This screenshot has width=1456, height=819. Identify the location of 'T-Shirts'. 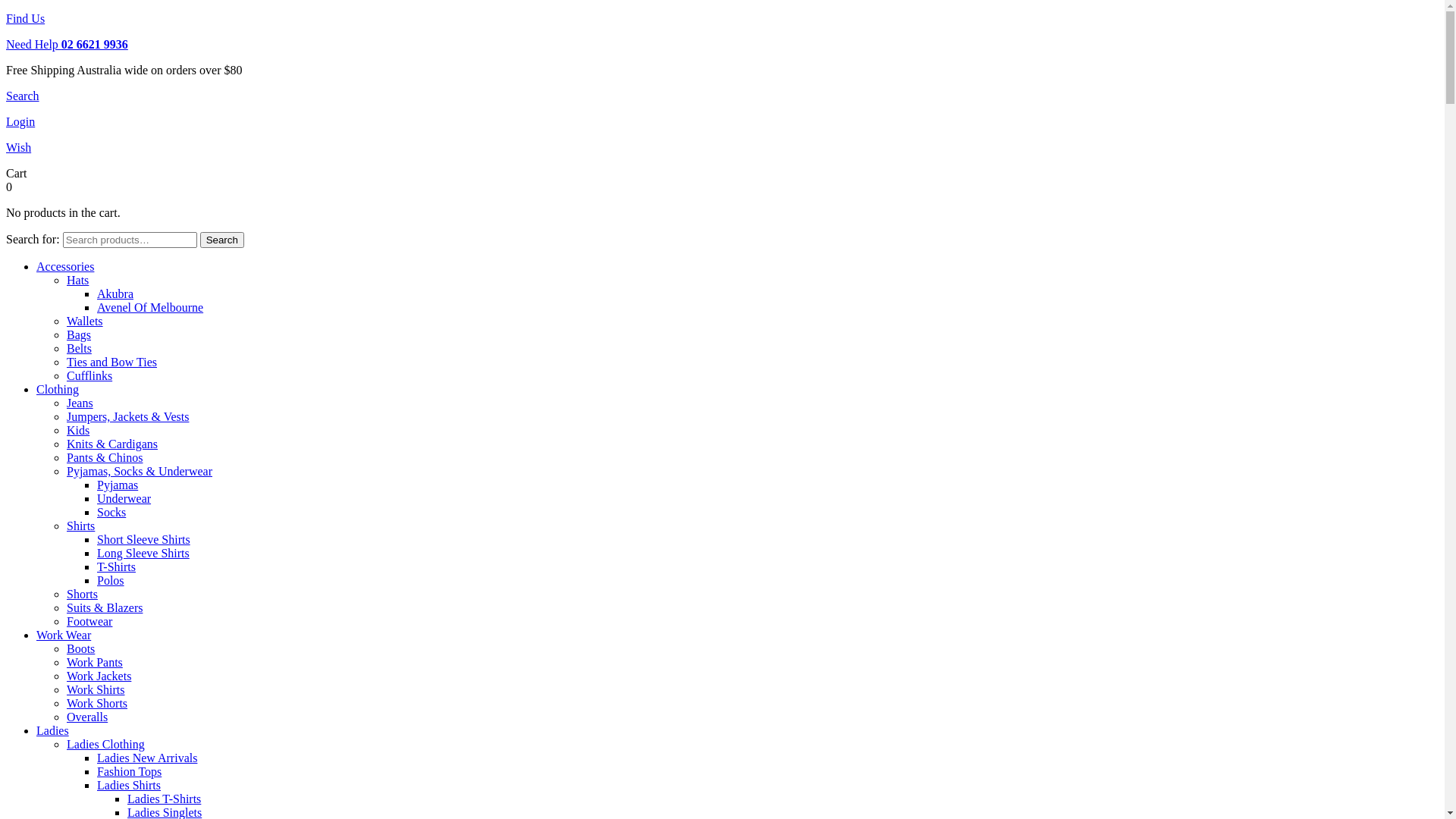
(96, 566).